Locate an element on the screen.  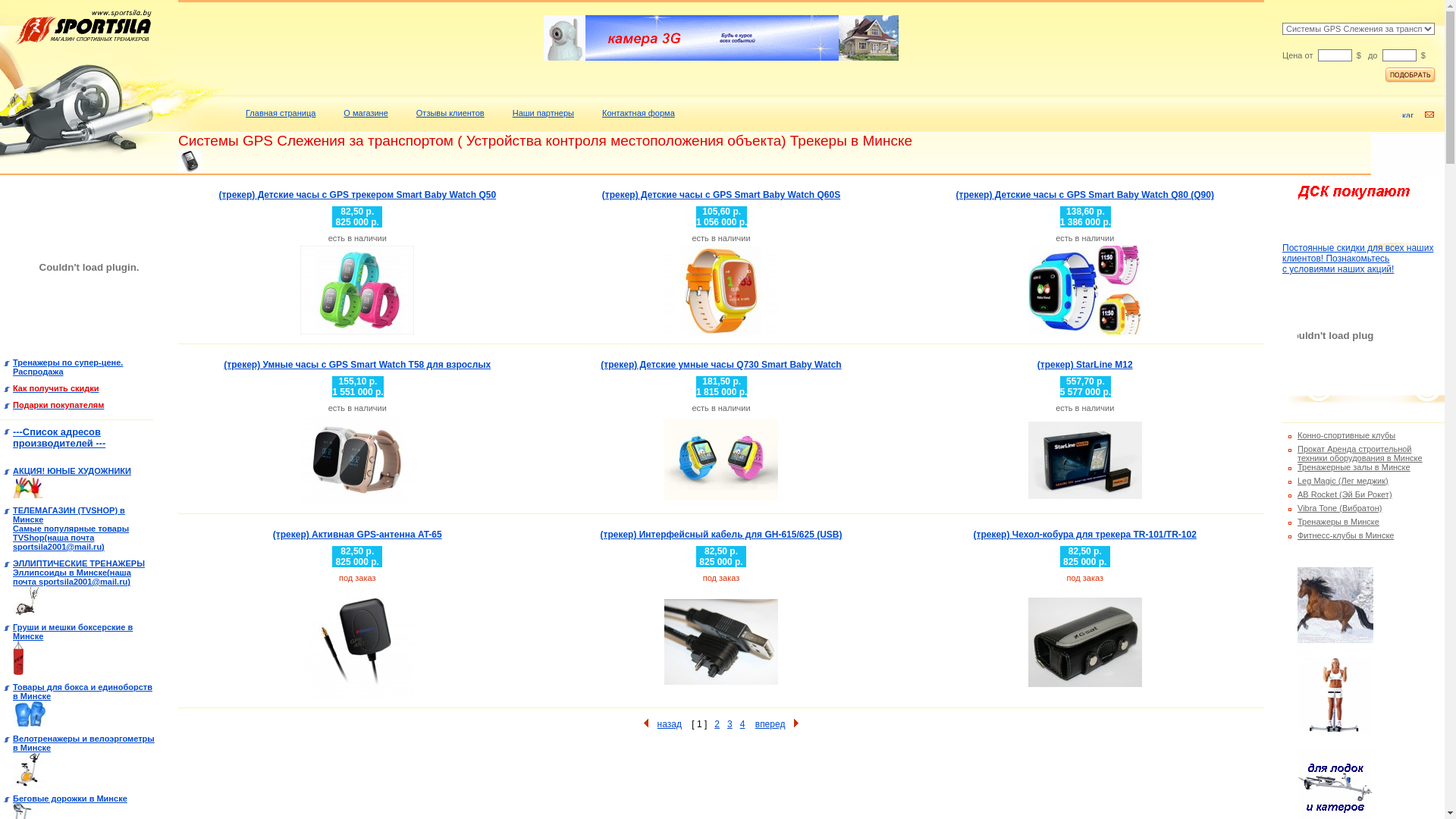
'3' is located at coordinates (730, 723).